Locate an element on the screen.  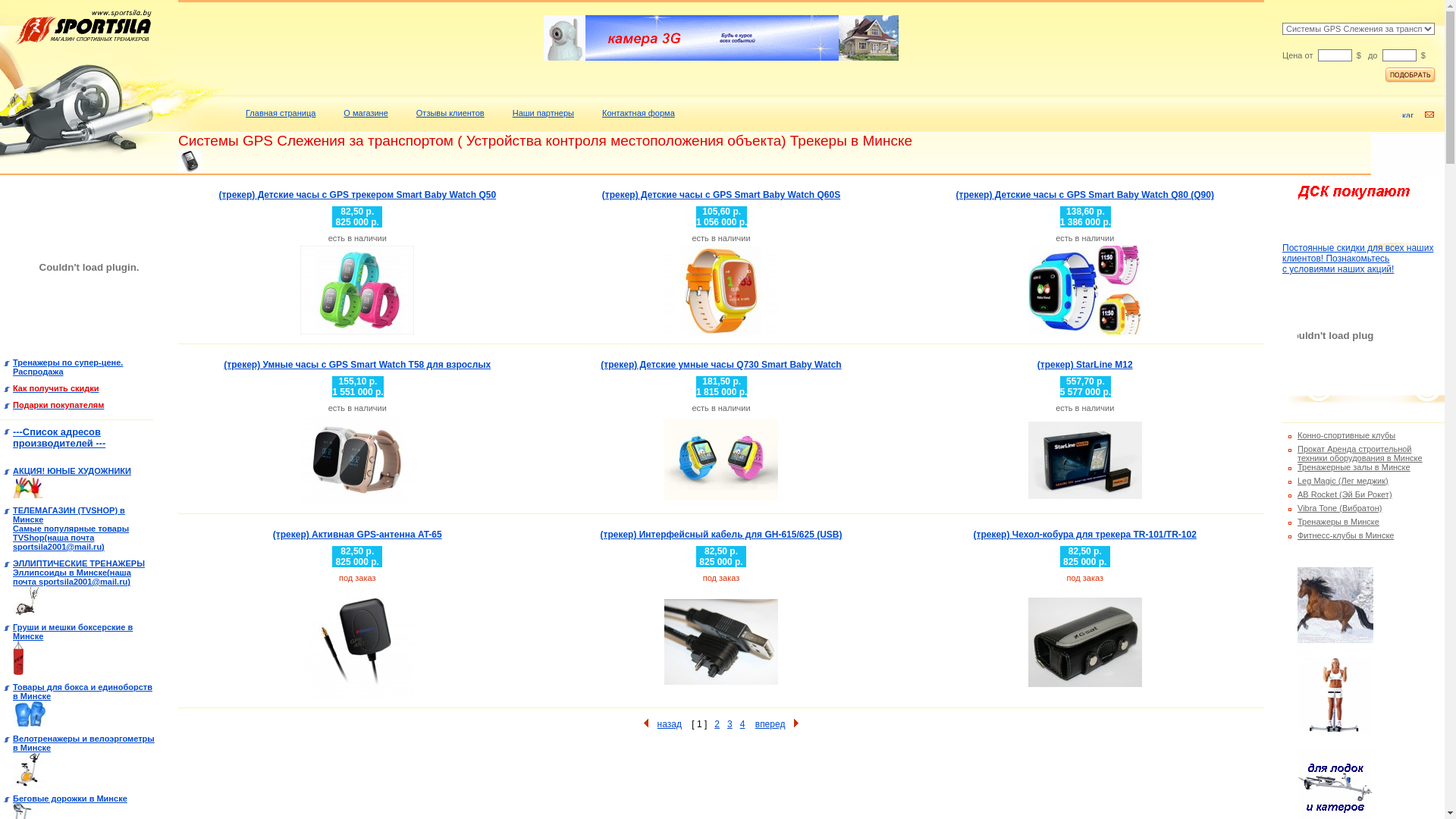
'3' is located at coordinates (730, 723).